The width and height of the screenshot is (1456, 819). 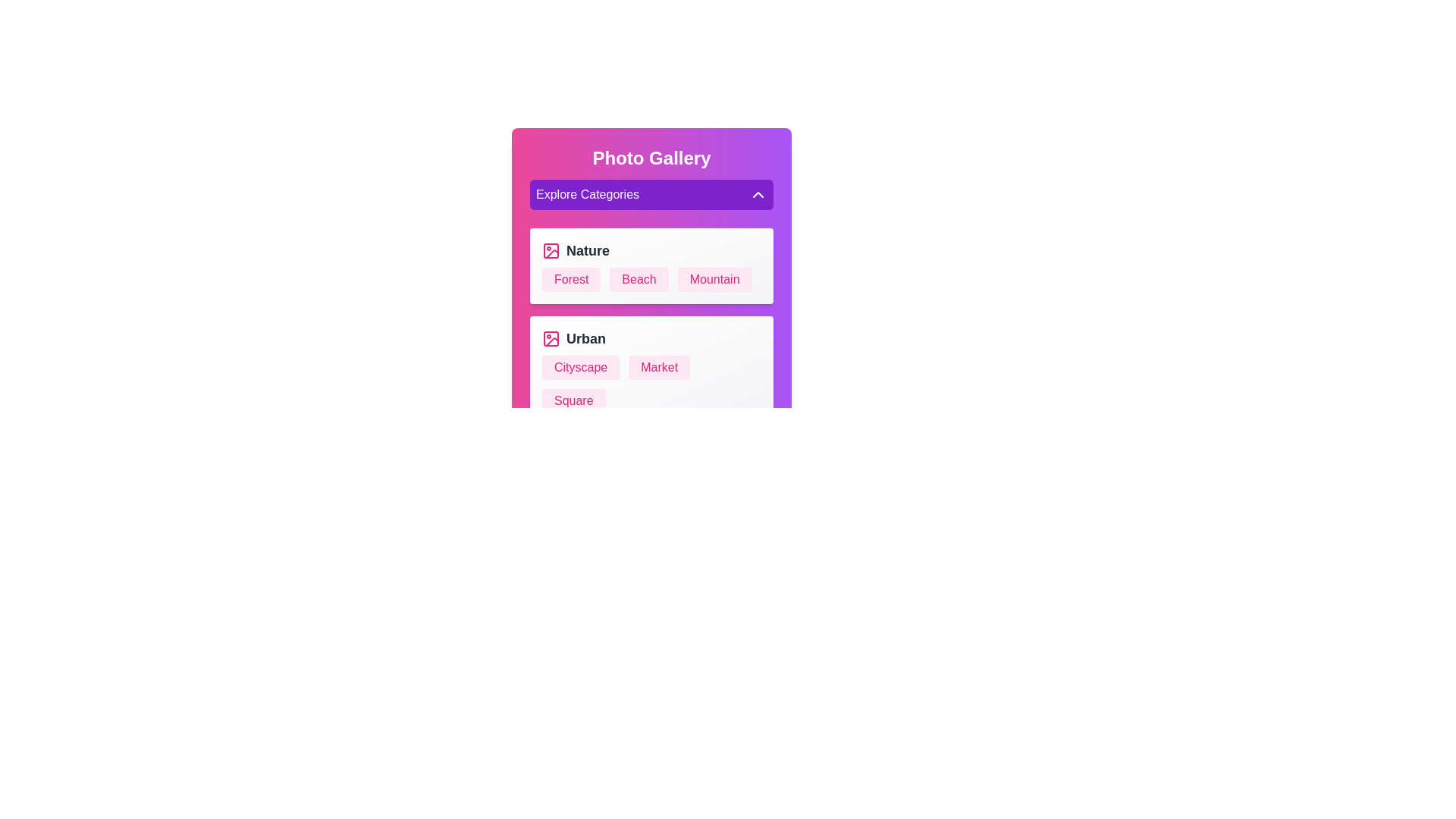 I want to click on the photo name Market to select it, so click(x=659, y=368).